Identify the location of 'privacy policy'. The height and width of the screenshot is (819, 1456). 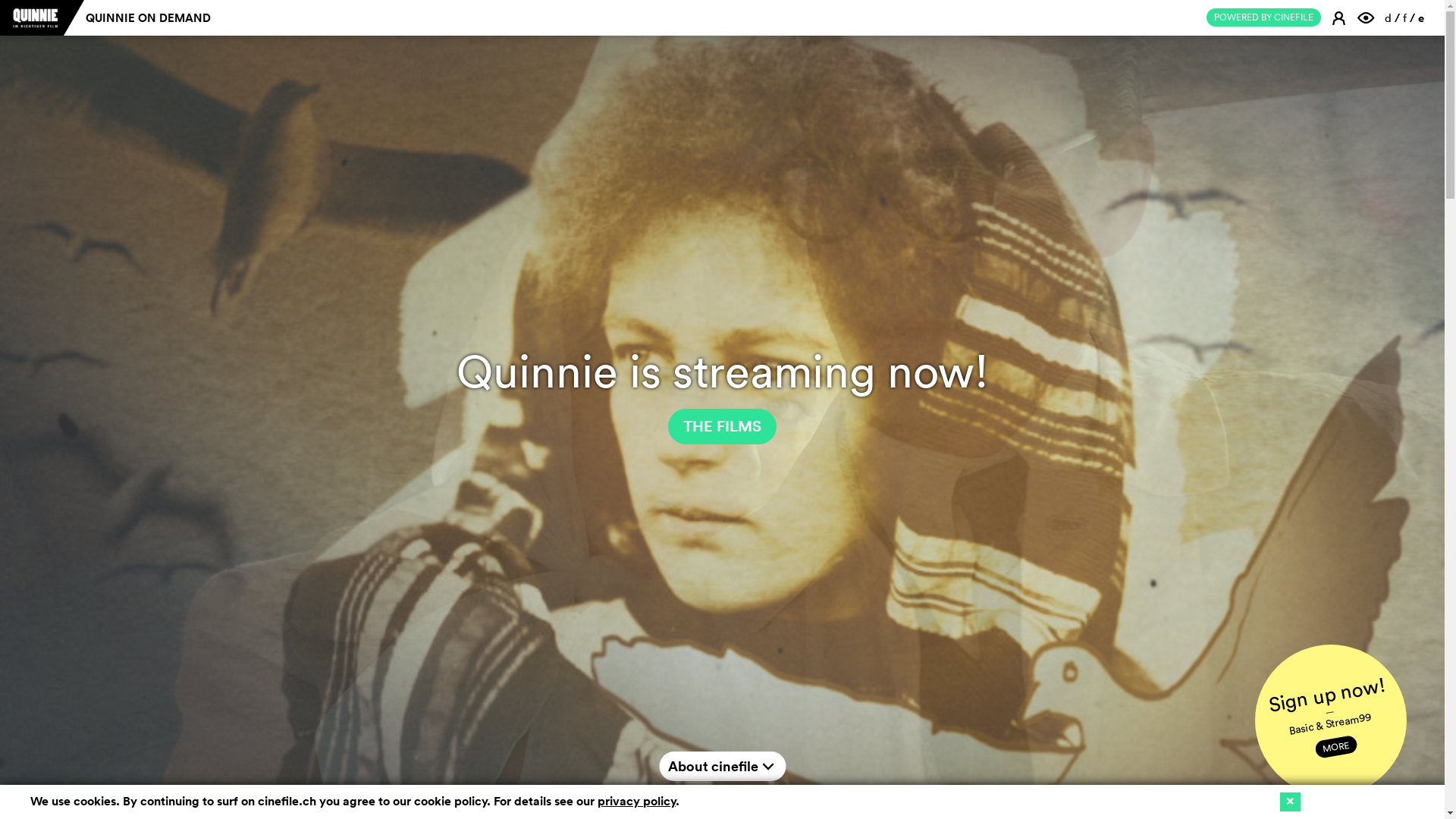
(636, 800).